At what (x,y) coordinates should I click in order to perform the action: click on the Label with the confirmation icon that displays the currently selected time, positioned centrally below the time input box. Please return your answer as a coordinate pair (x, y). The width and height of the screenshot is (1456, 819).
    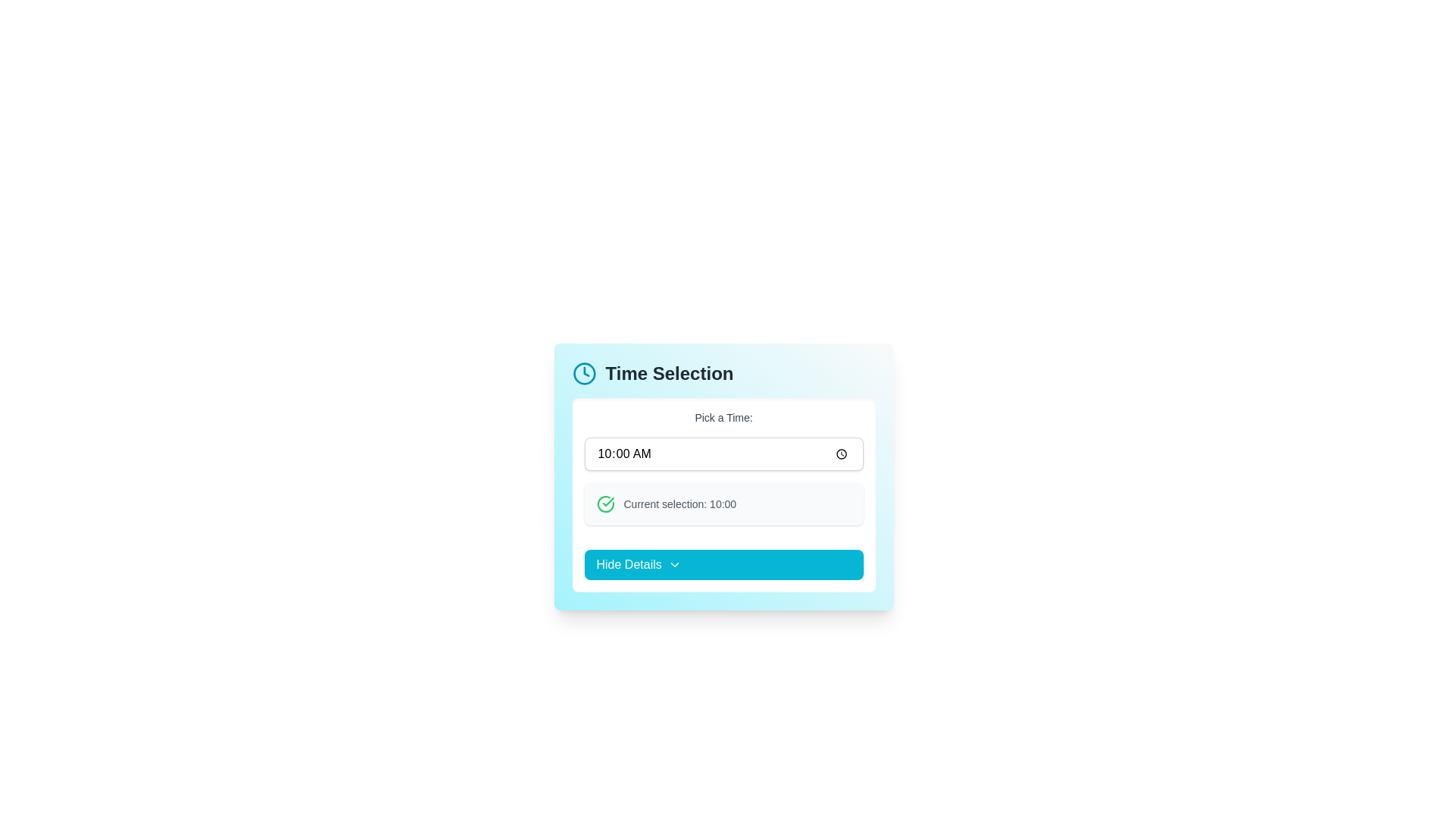
    Looking at the image, I should click on (723, 504).